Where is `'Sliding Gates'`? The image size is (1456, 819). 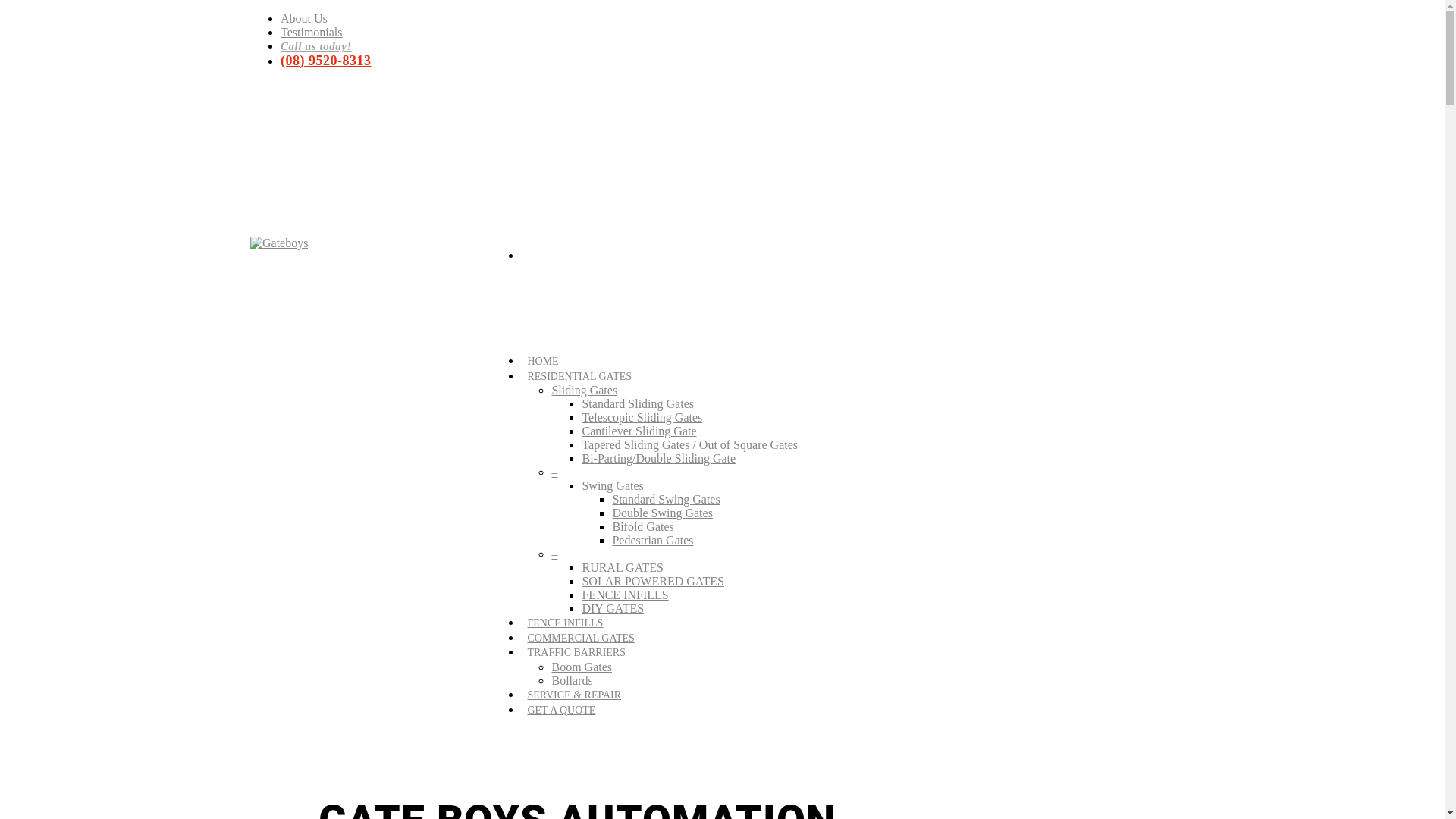
'Sliding Gates' is located at coordinates (583, 389).